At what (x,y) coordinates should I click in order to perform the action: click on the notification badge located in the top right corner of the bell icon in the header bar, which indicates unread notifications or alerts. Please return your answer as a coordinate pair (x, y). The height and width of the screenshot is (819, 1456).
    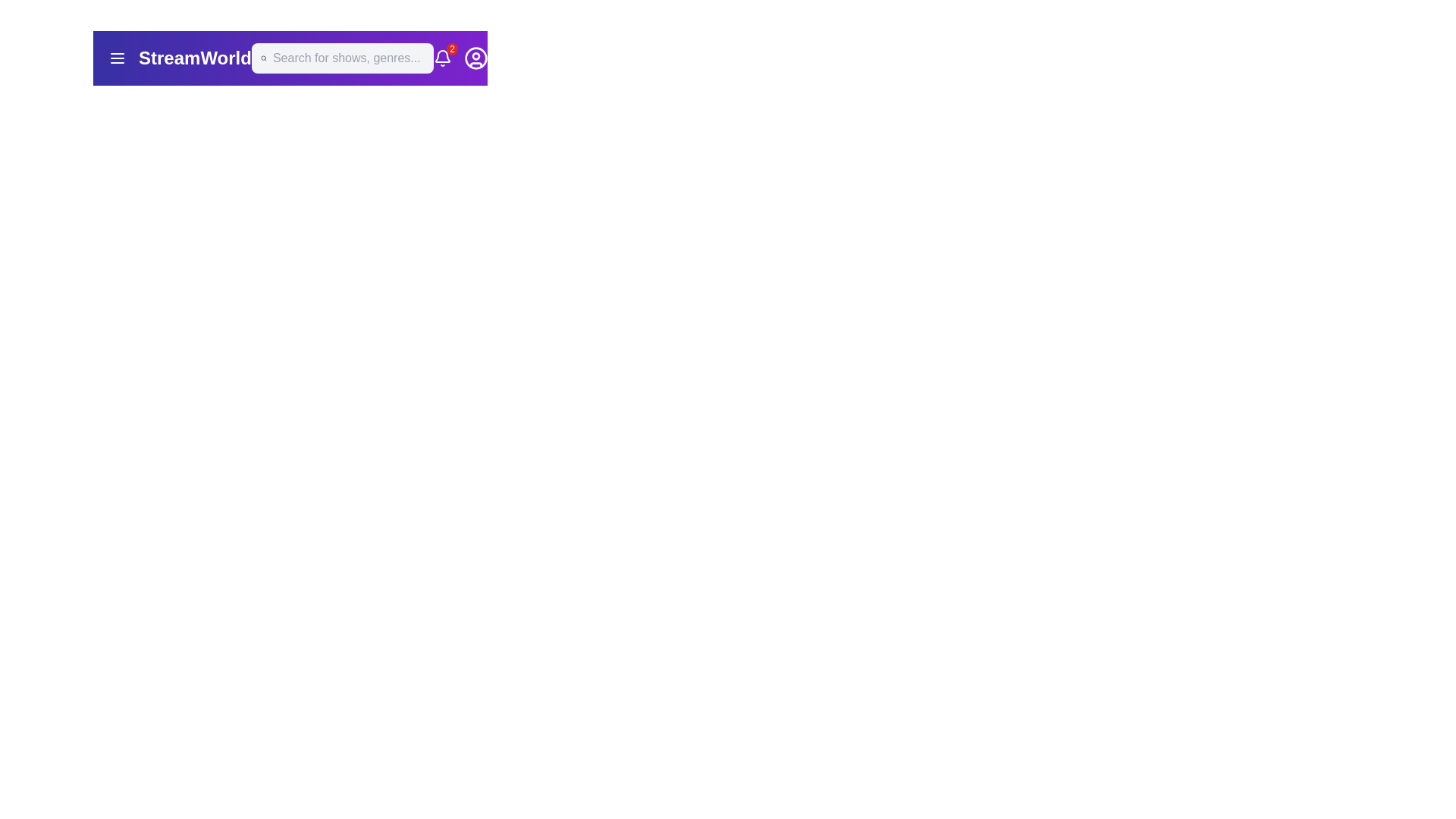
    Looking at the image, I should click on (451, 49).